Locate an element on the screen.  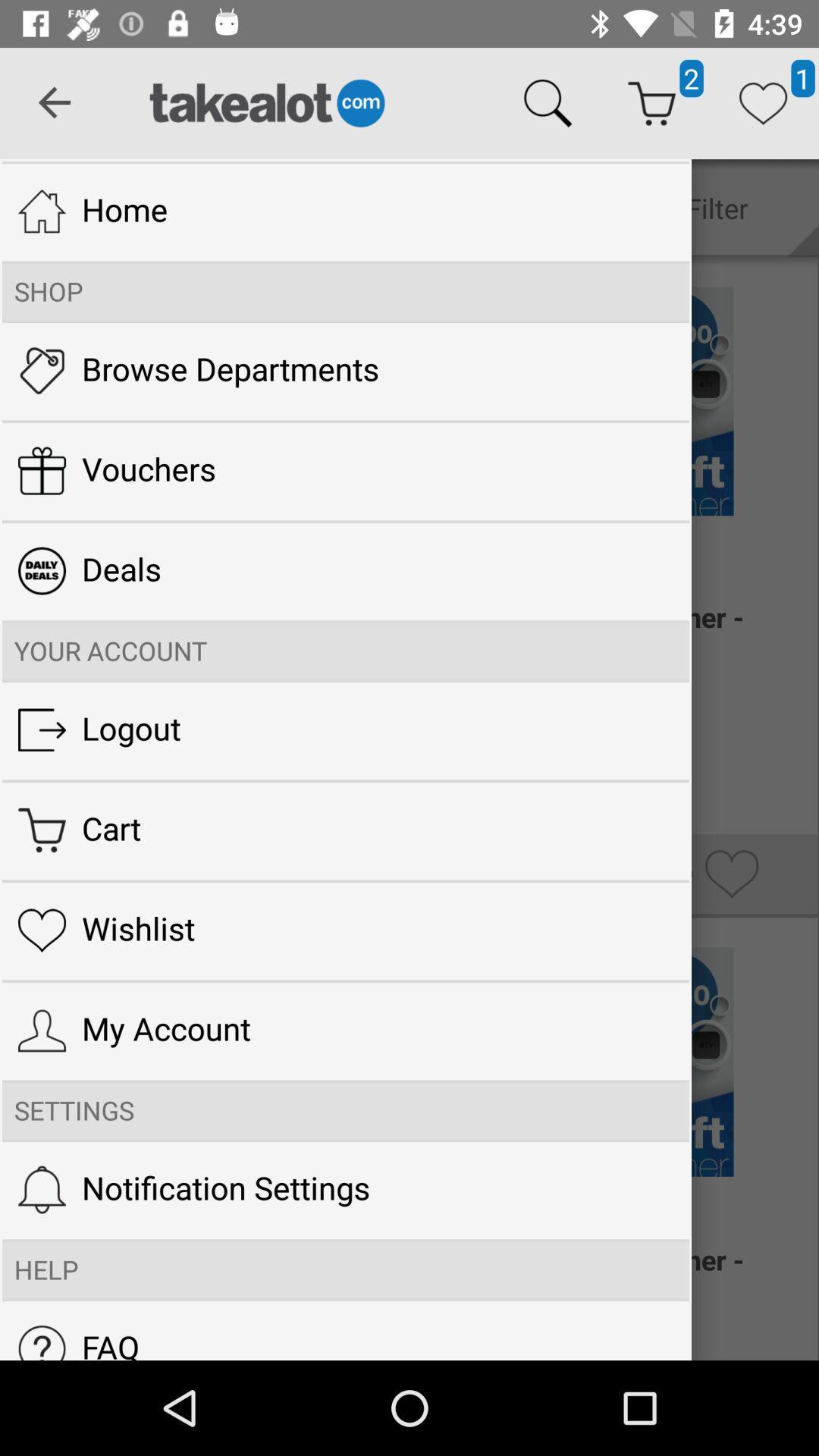
the logo which is before my account is located at coordinates (41, 1031).